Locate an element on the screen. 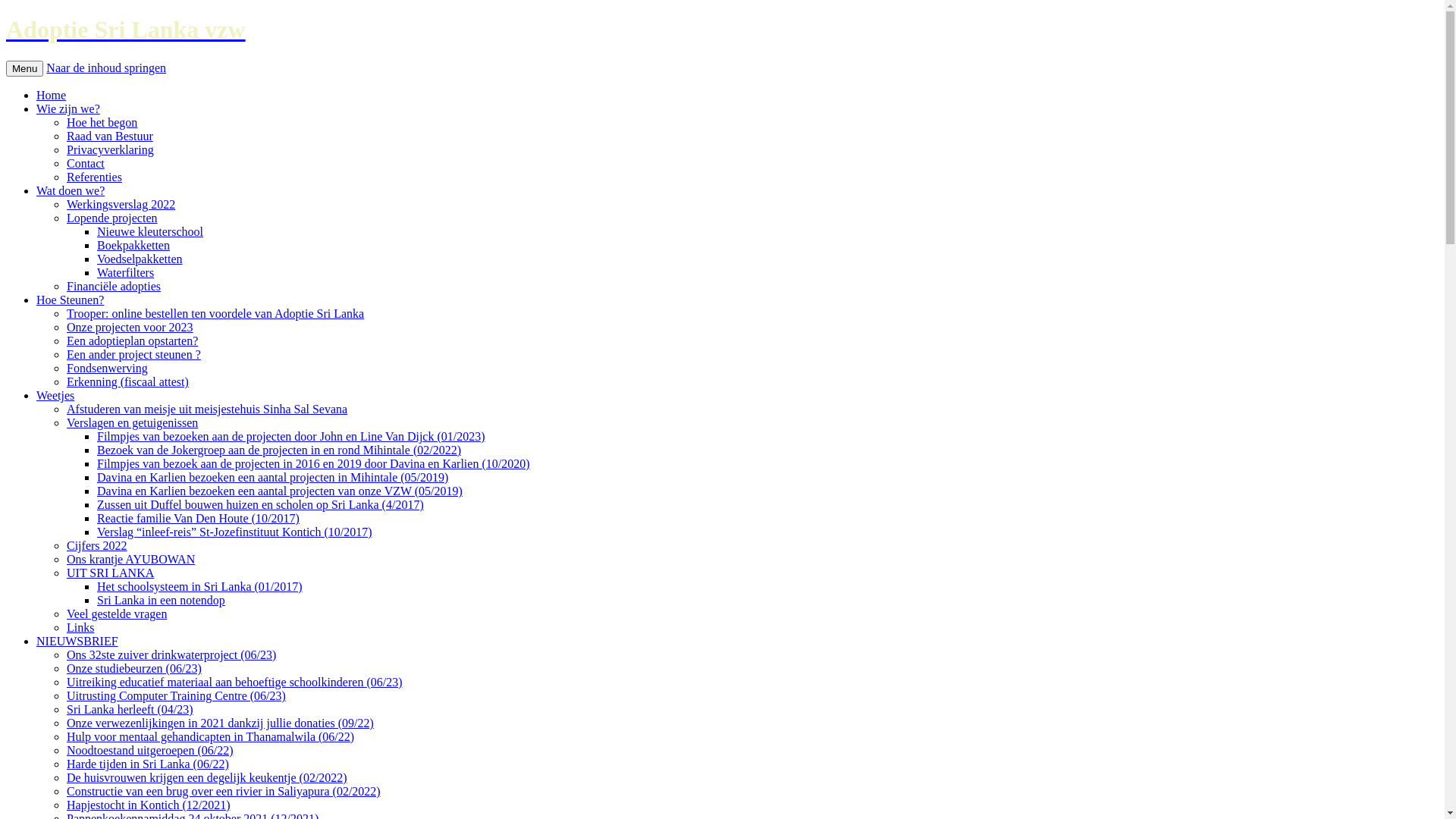 The image size is (1456, 819). 'Ons 32ste zuiver drinkwaterproject (06/23)' is located at coordinates (65, 654).